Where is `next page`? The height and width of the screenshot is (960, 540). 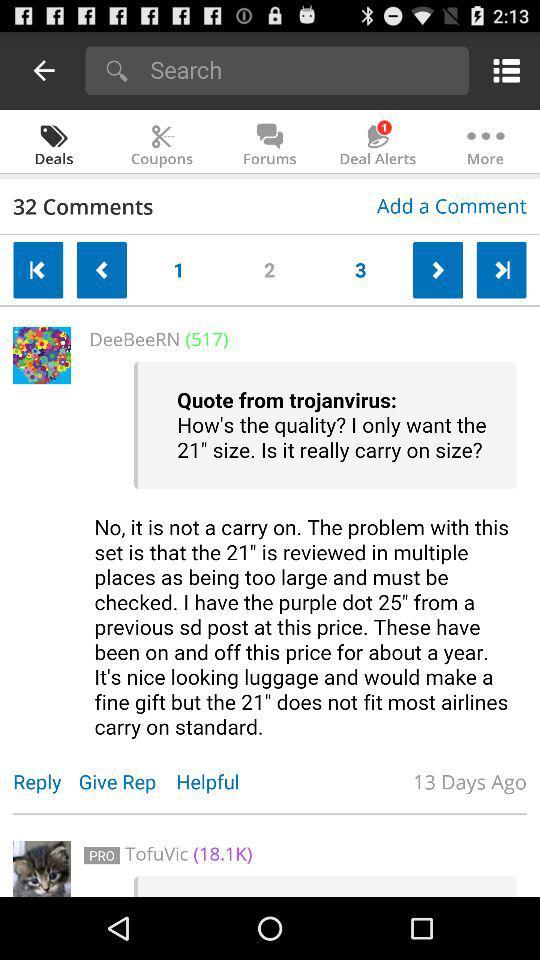
next page is located at coordinates (500, 269).